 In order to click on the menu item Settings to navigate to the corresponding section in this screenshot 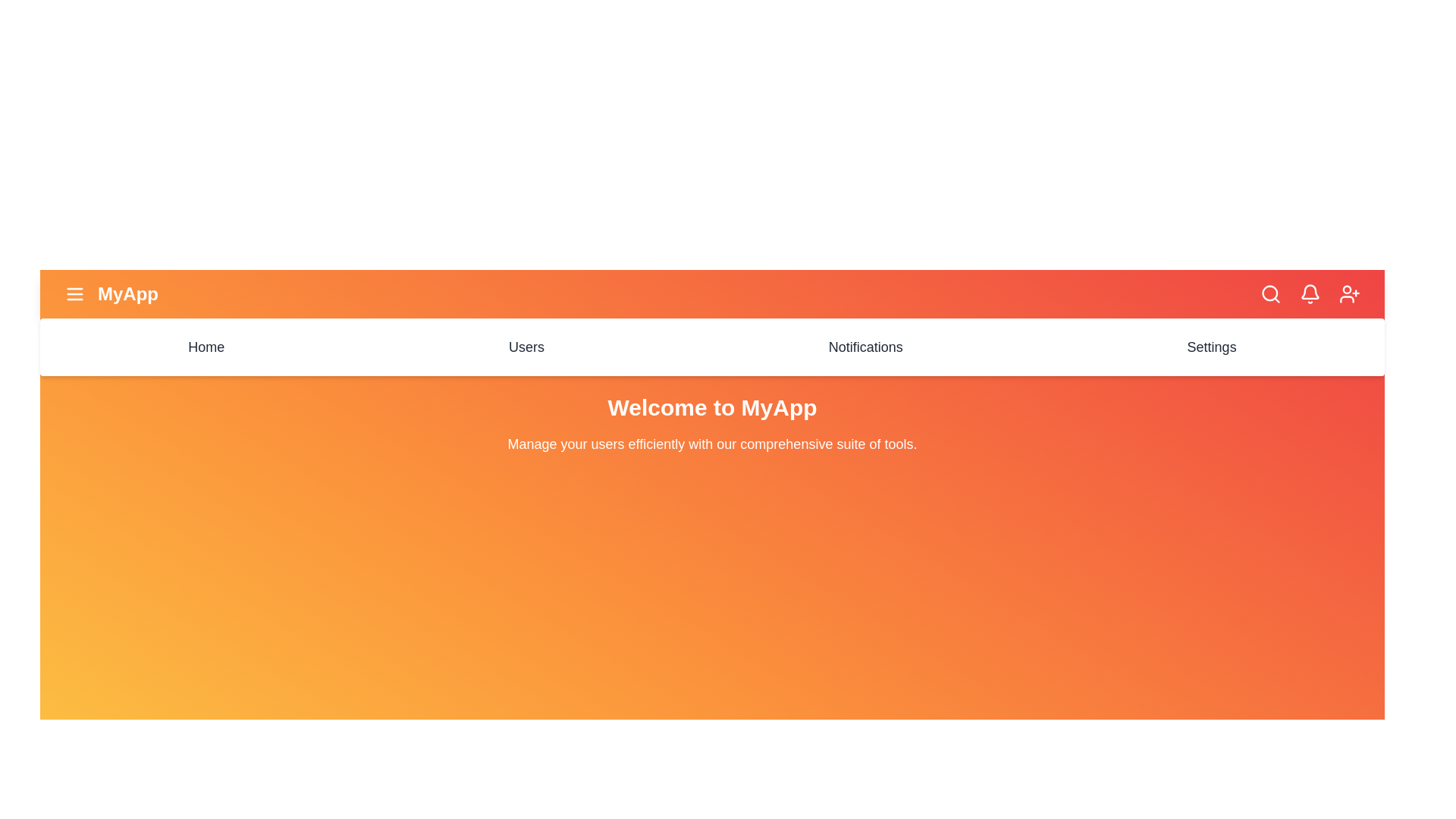, I will do `click(1211, 347)`.